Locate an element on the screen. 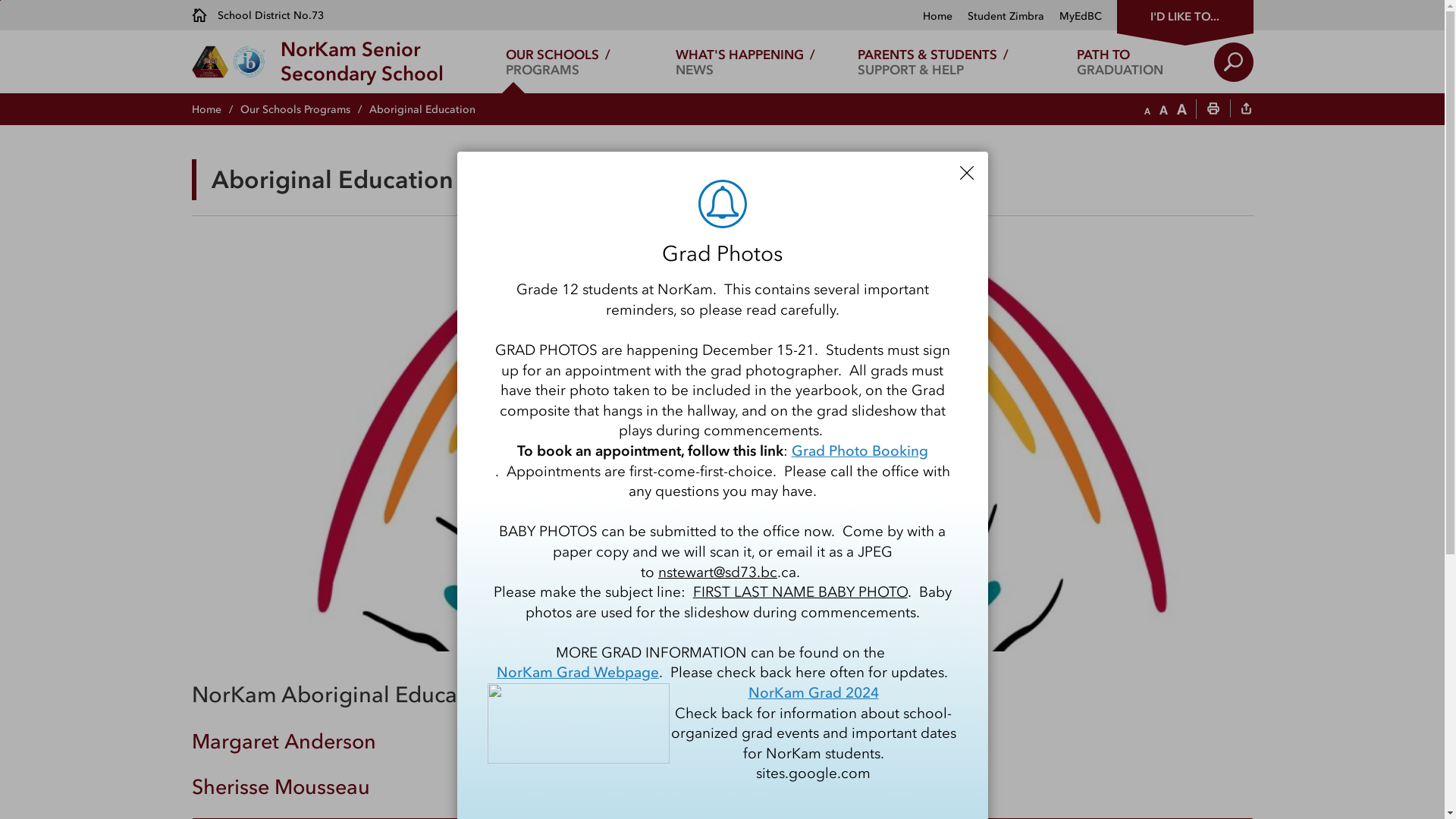 The width and height of the screenshot is (1456, 819). 'WHAT'S HAPPENING is located at coordinates (745, 61).